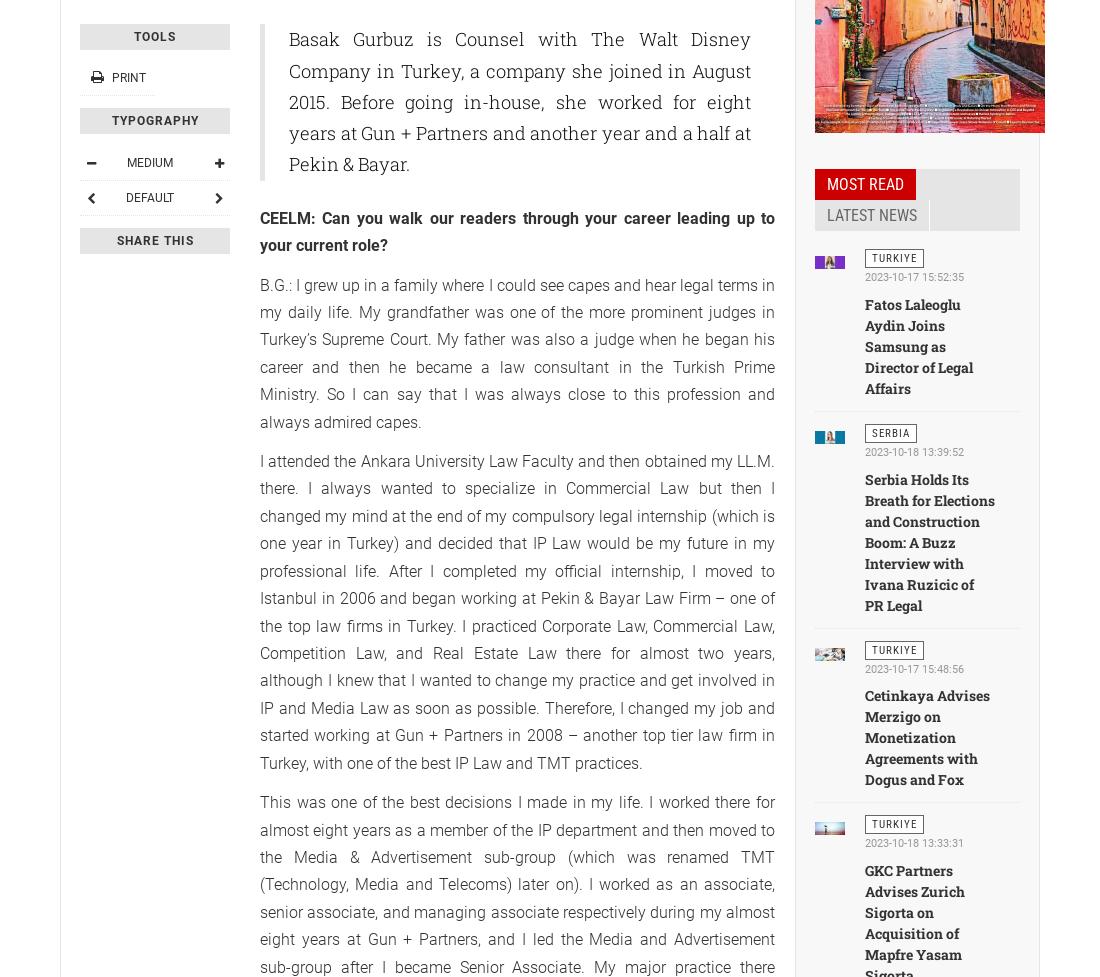 This screenshot has width=1100, height=977. What do you see at coordinates (129, 77) in the screenshot?
I see `'Print'` at bounding box center [129, 77].